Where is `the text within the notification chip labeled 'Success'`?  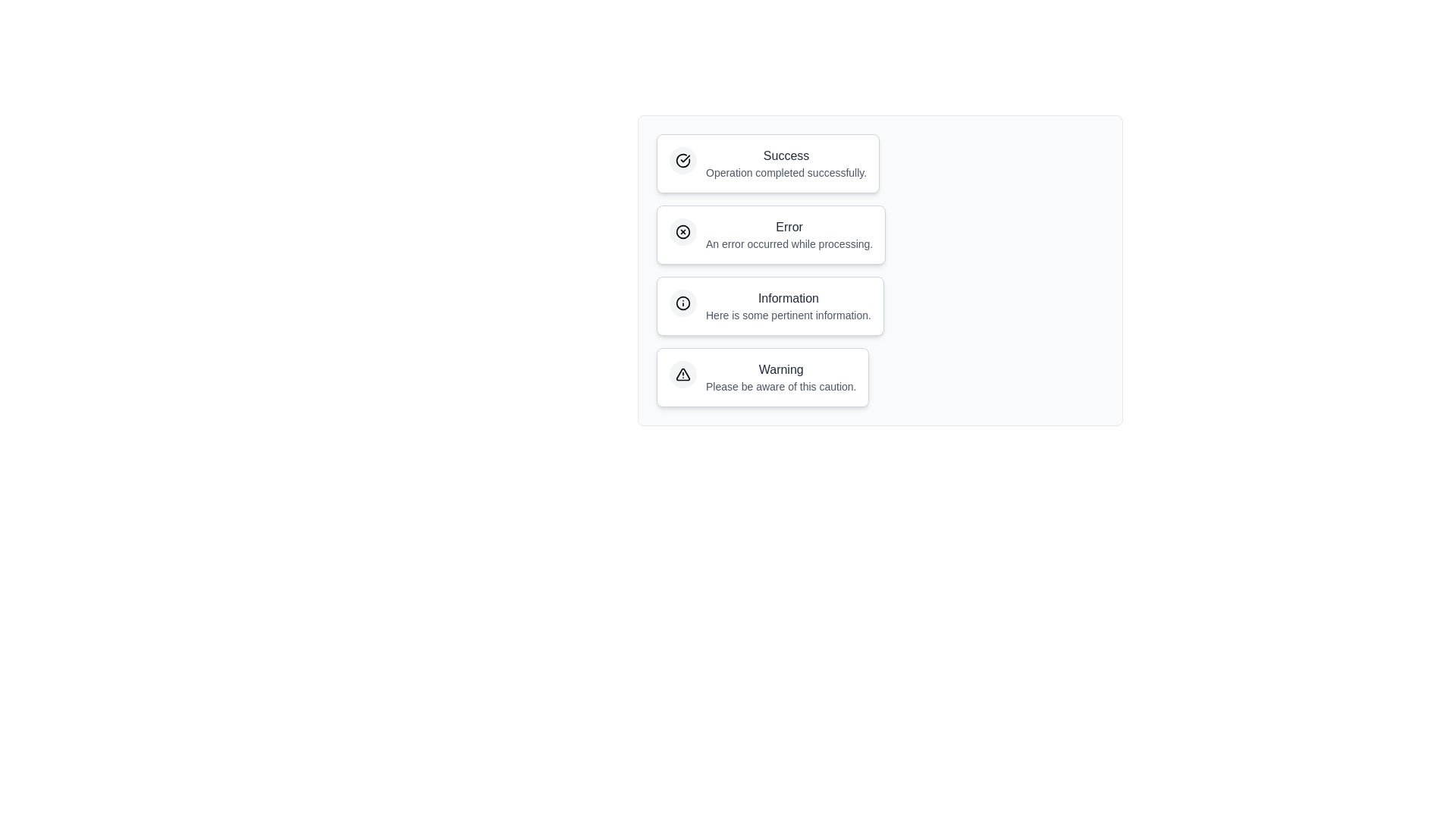 the text within the notification chip labeled 'Success' is located at coordinates (786, 155).